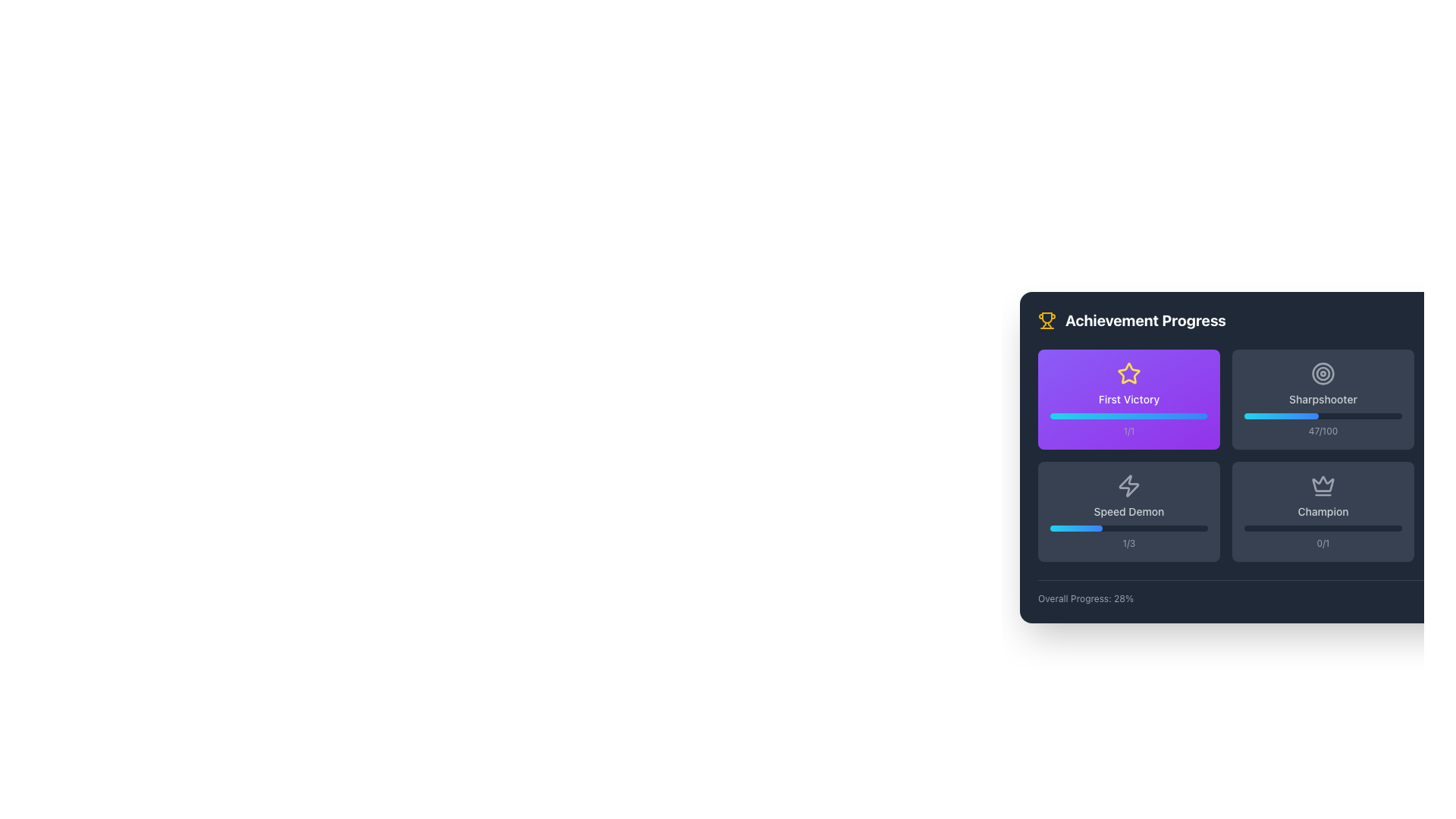 Image resolution: width=1456 pixels, height=819 pixels. Describe the element at coordinates (1323, 399) in the screenshot. I see `the Progress Card displaying the 'Sharpshooter' milestone in the Achievement Progress section, located in the top-right card among the achievement cards` at that location.